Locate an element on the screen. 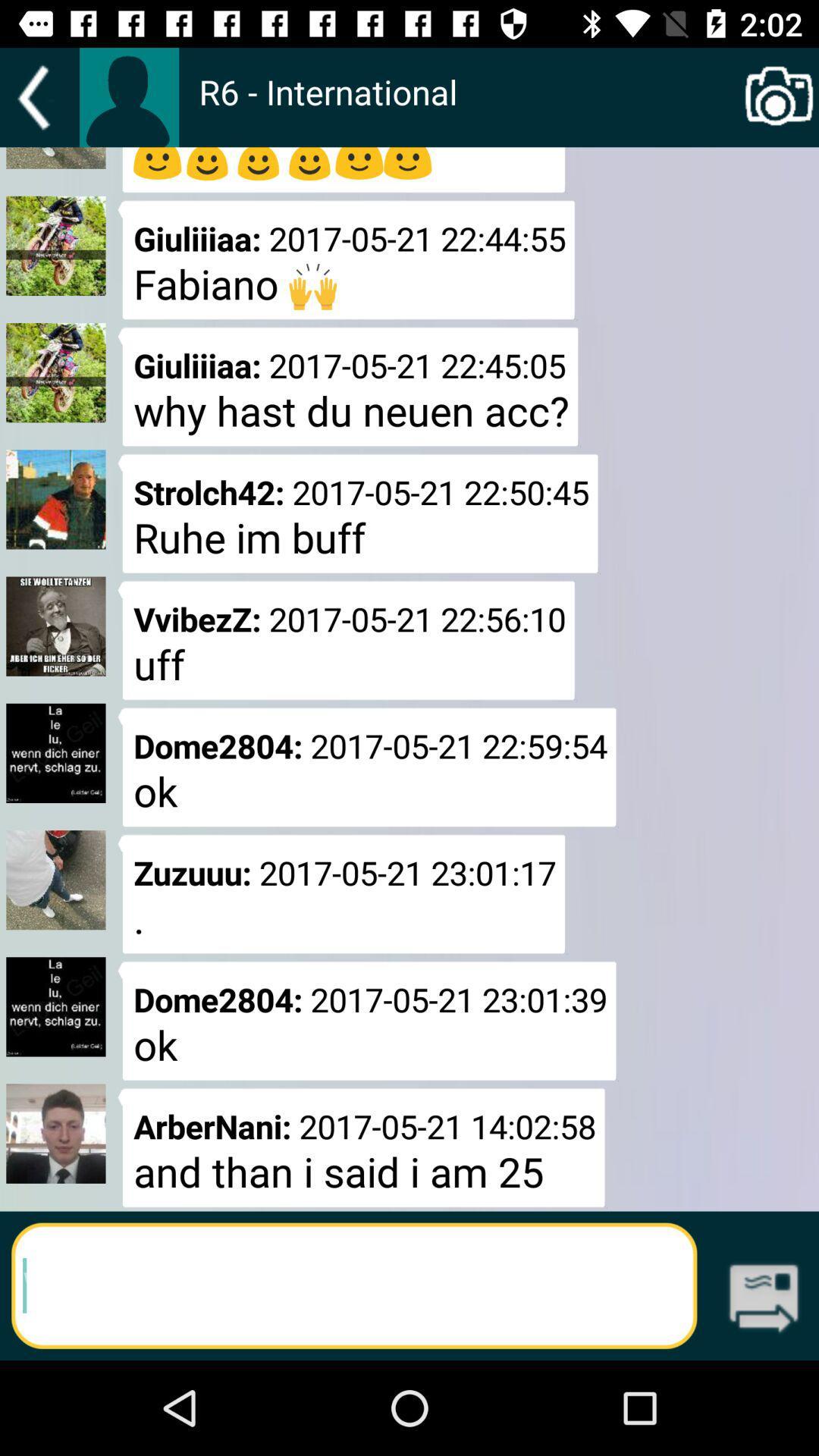 This screenshot has height=1456, width=819. because back devicer is located at coordinates (128, 96).